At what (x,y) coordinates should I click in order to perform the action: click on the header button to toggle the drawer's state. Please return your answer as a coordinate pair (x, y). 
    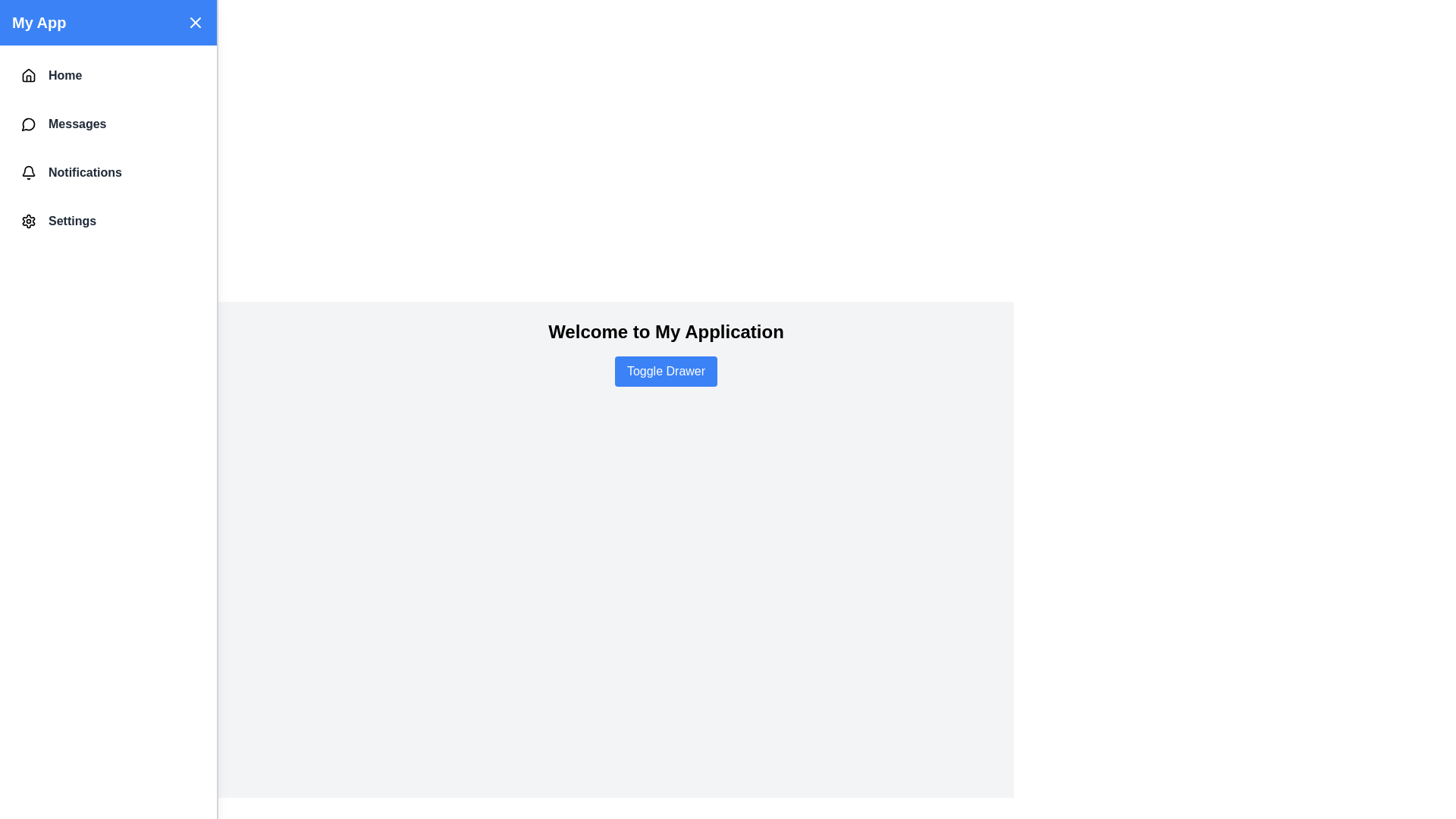
    Looking at the image, I should click on (195, 23).